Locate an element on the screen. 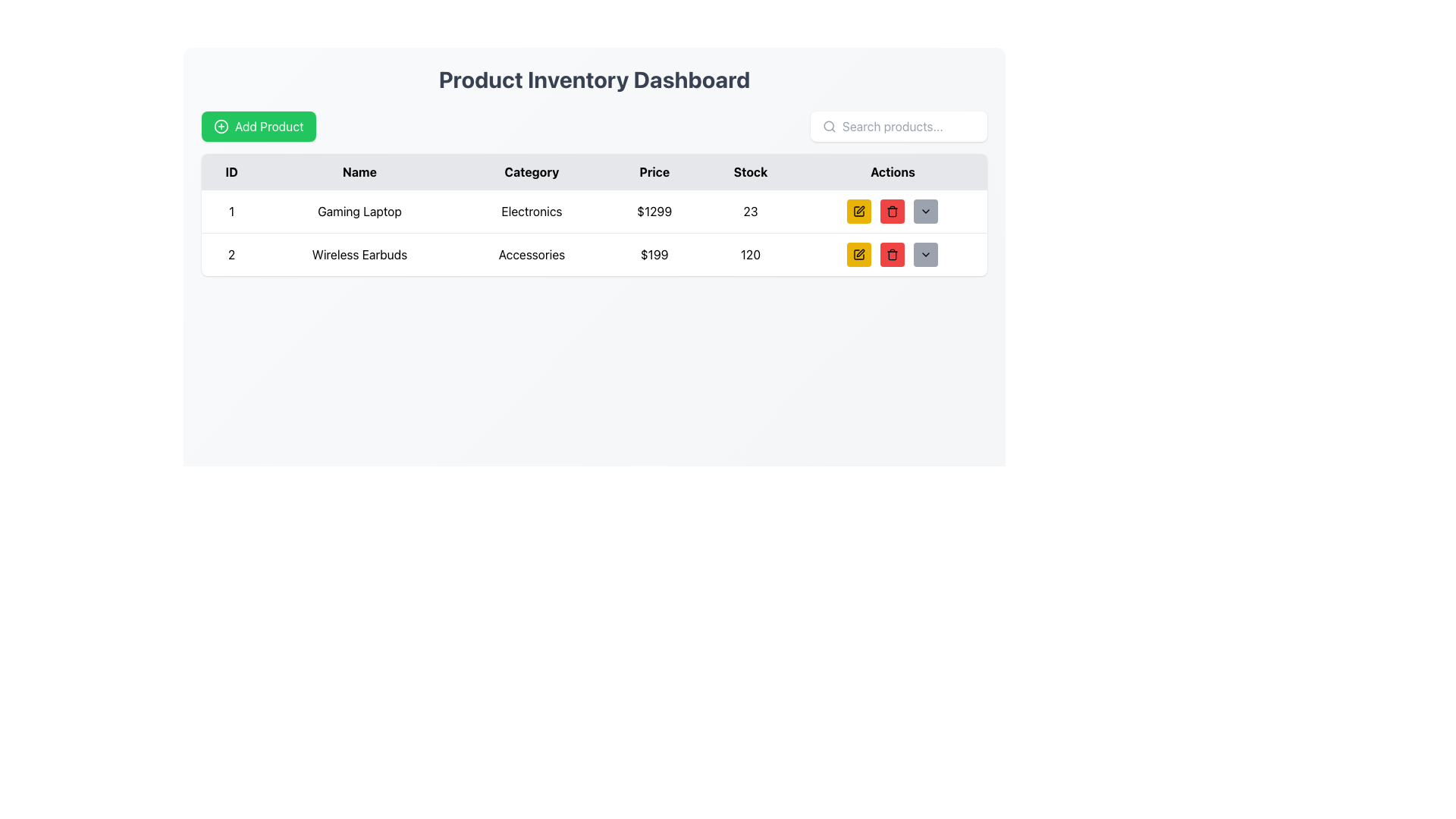 This screenshot has width=1456, height=819. the edit icon button located in the second row under the 'Actions' column of the table to initiate the edit action is located at coordinates (861, 253).